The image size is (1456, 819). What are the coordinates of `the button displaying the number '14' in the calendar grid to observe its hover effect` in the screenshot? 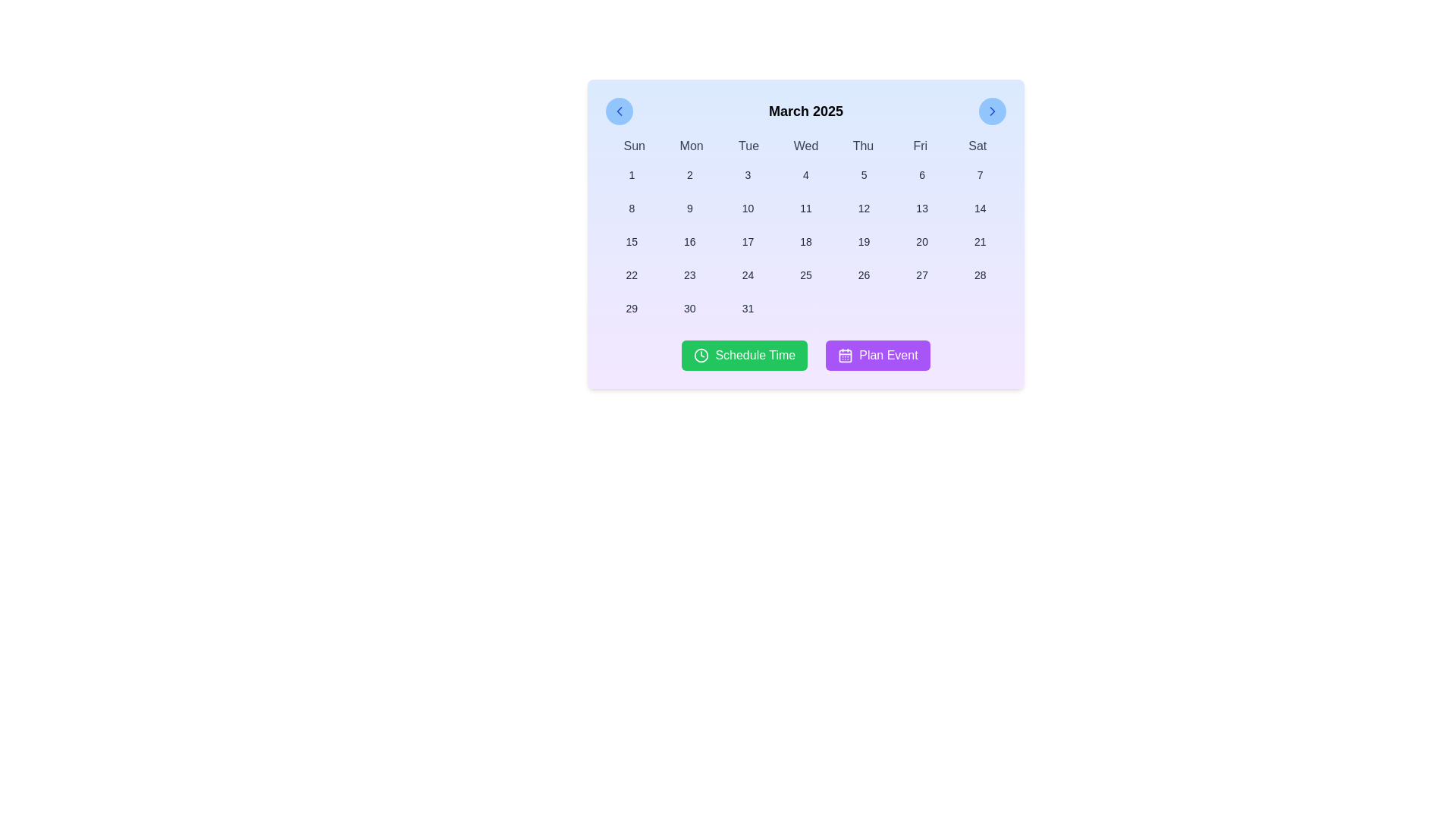 It's located at (980, 208).